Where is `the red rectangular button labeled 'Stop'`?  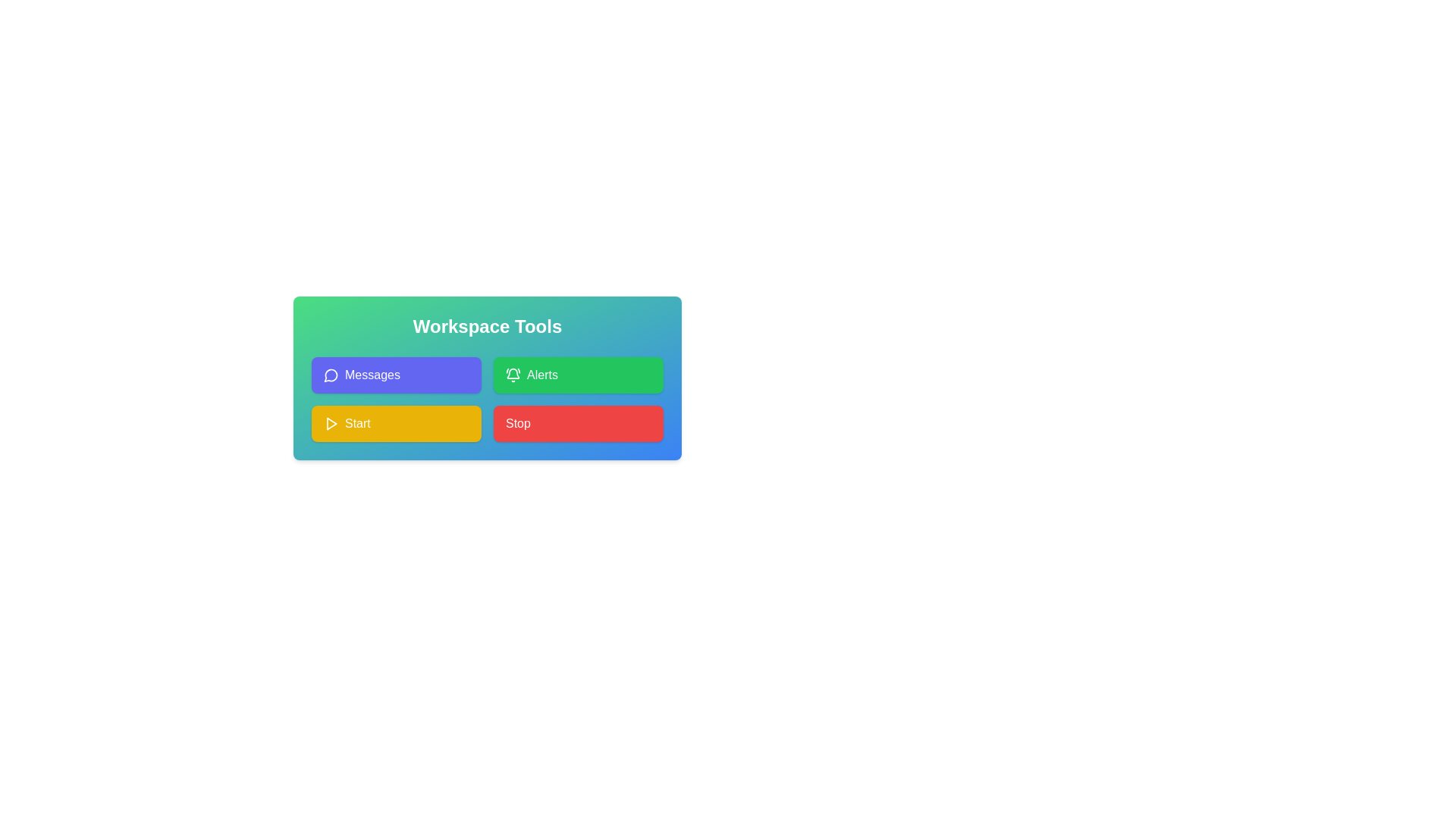 the red rectangular button labeled 'Stop' is located at coordinates (578, 424).